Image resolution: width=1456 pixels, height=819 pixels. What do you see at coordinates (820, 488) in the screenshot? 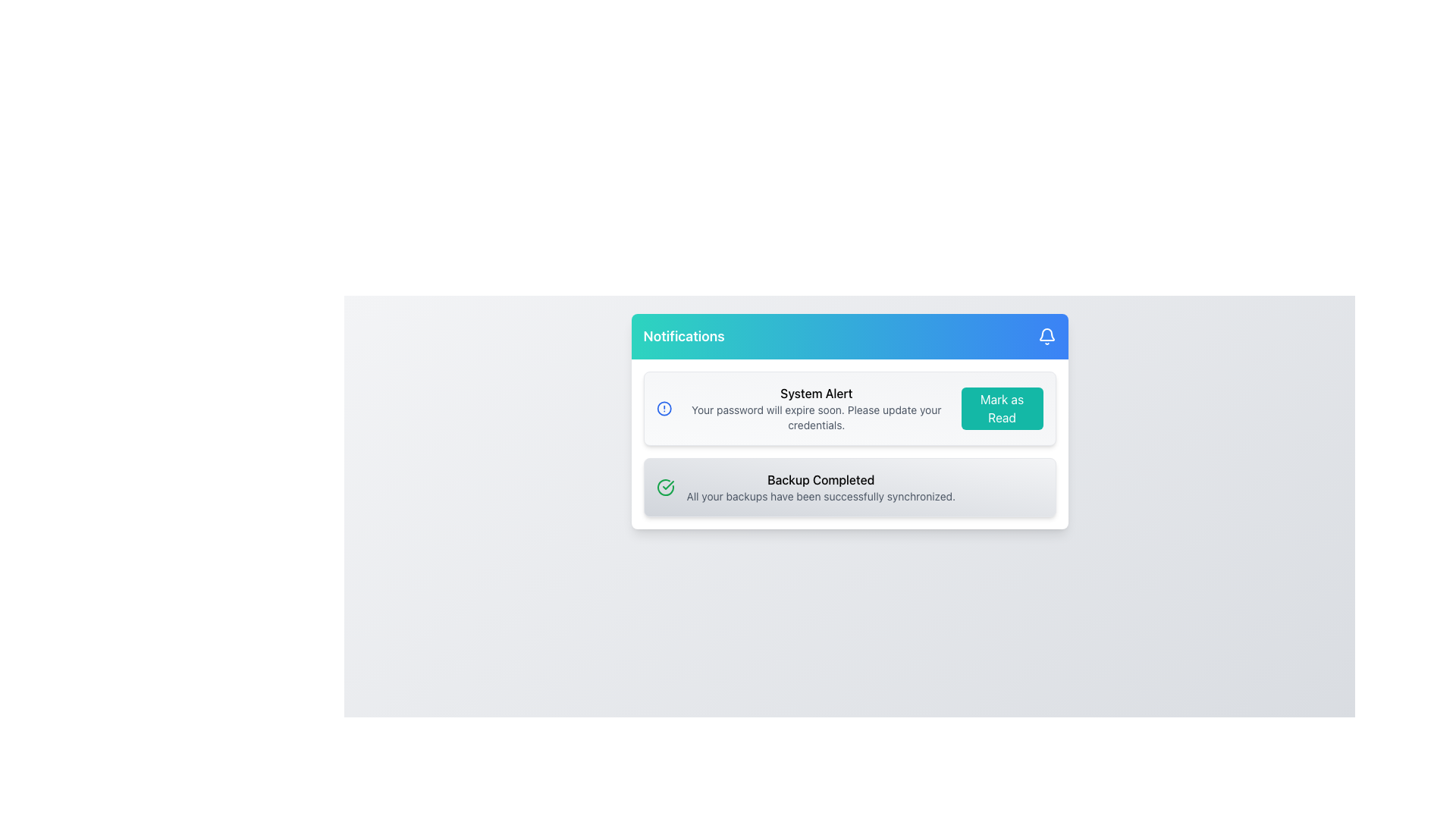
I see `the textual notification titled 'Backup Completed' which indicates that all backups have been successfully synchronized` at bounding box center [820, 488].